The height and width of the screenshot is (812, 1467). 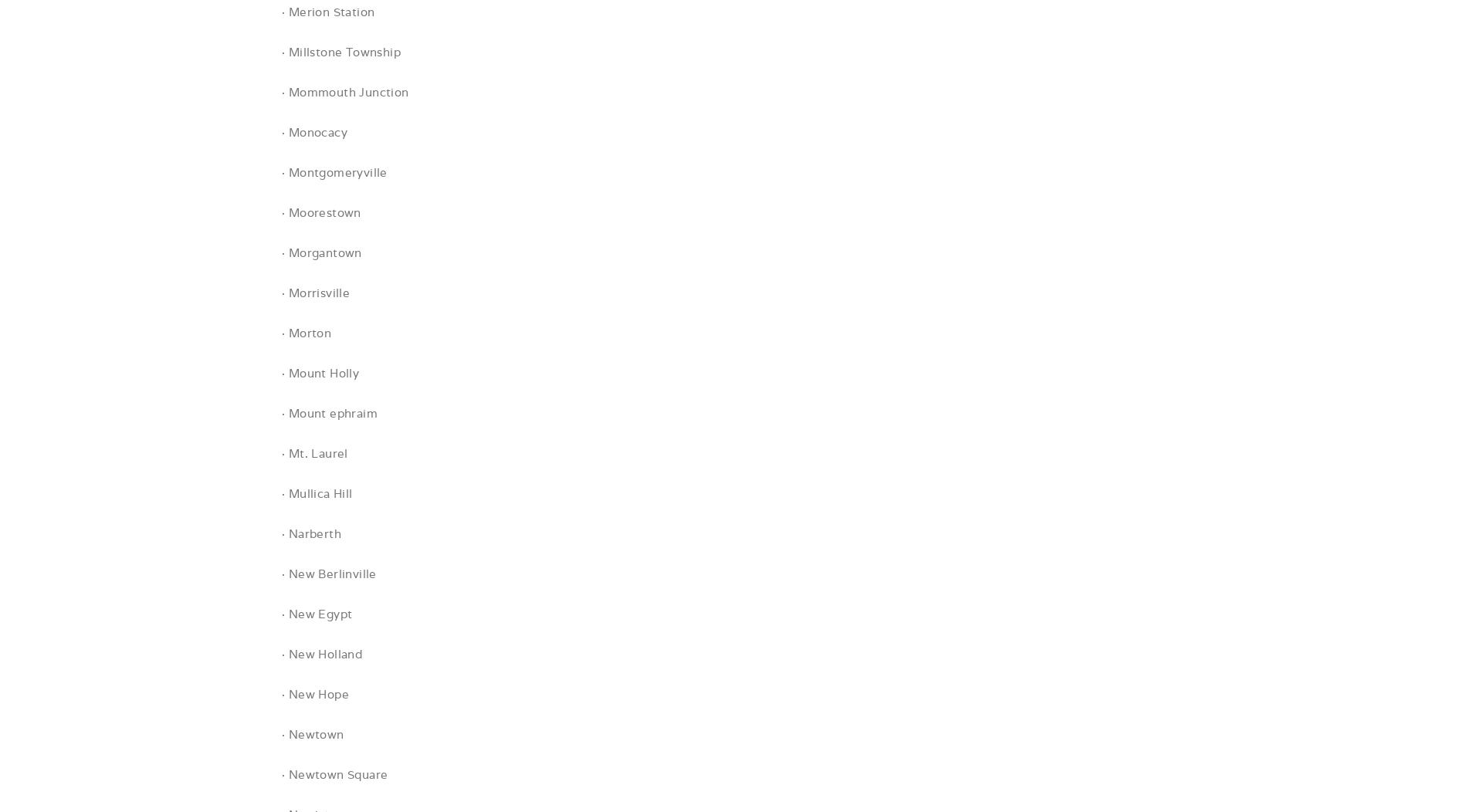 I want to click on '· New Hope', so click(x=314, y=694).